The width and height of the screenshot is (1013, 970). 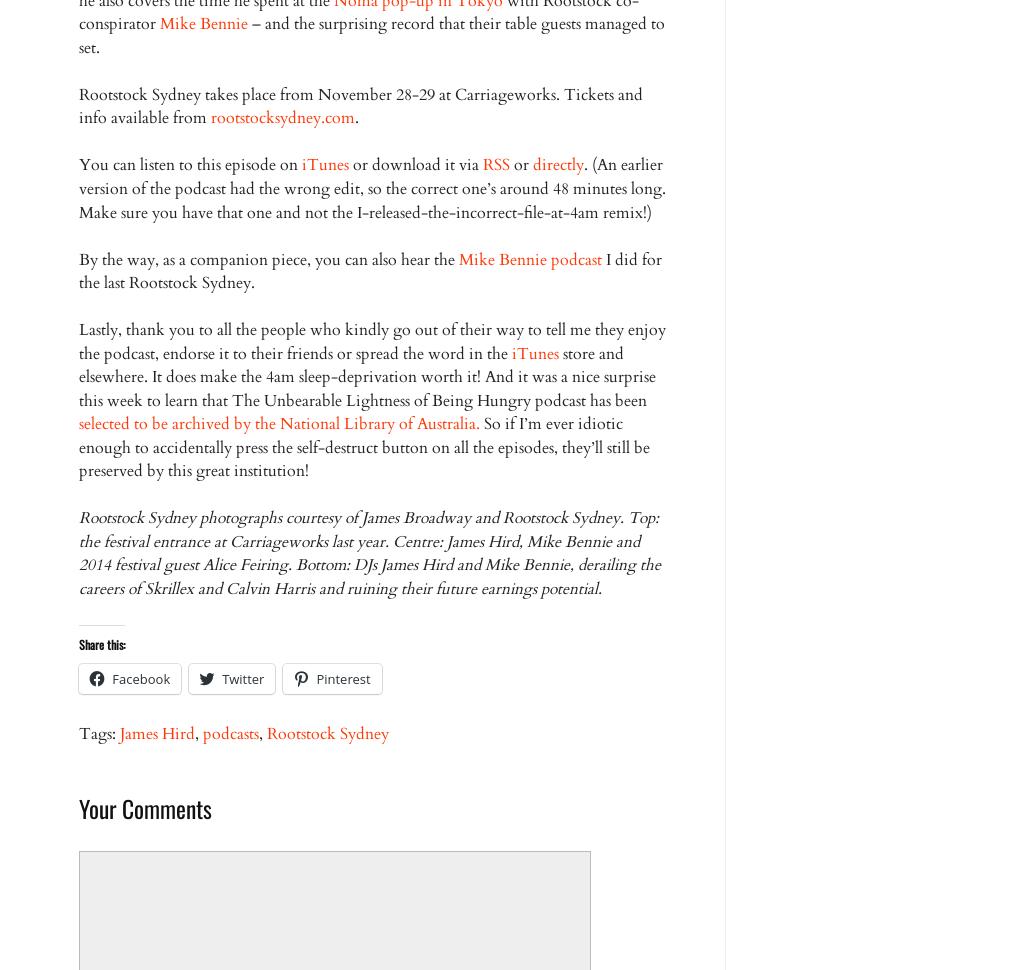 What do you see at coordinates (210, 117) in the screenshot?
I see `'rootstocksydney.com'` at bounding box center [210, 117].